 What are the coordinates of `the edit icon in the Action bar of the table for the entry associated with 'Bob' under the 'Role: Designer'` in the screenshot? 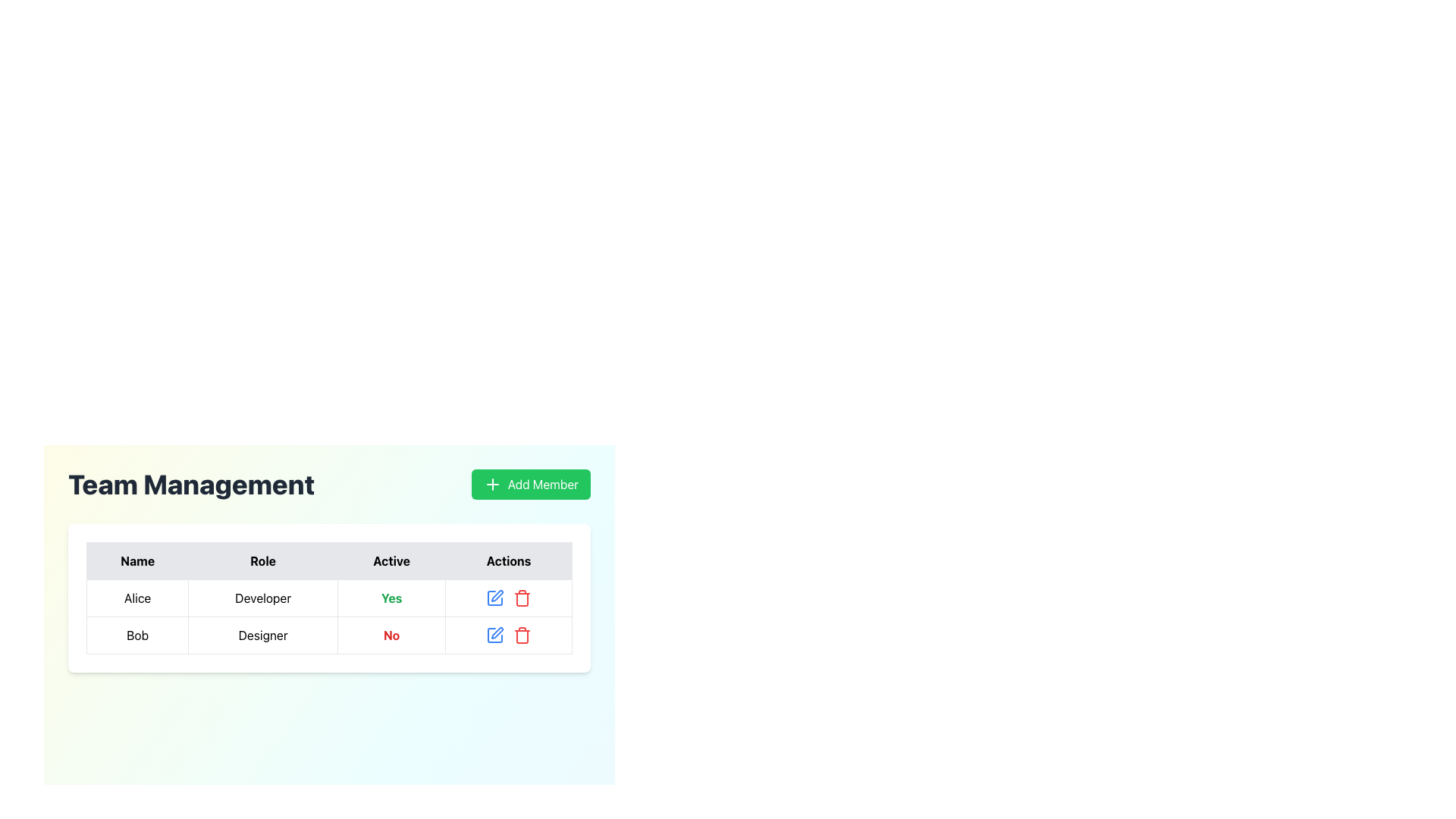 It's located at (509, 635).